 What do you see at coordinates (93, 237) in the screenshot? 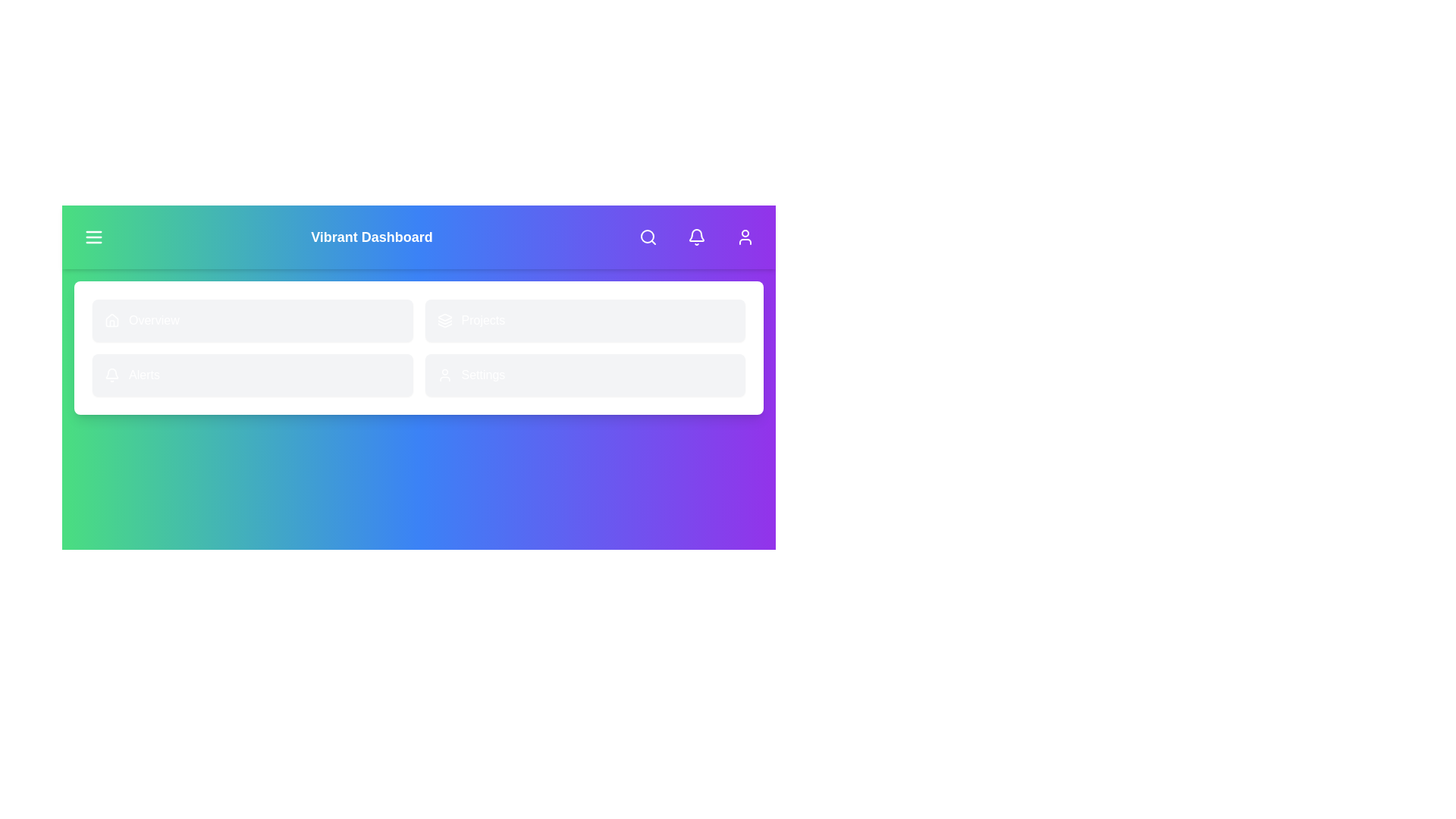
I see `the menu button to toggle the menu visibility` at bounding box center [93, 237].